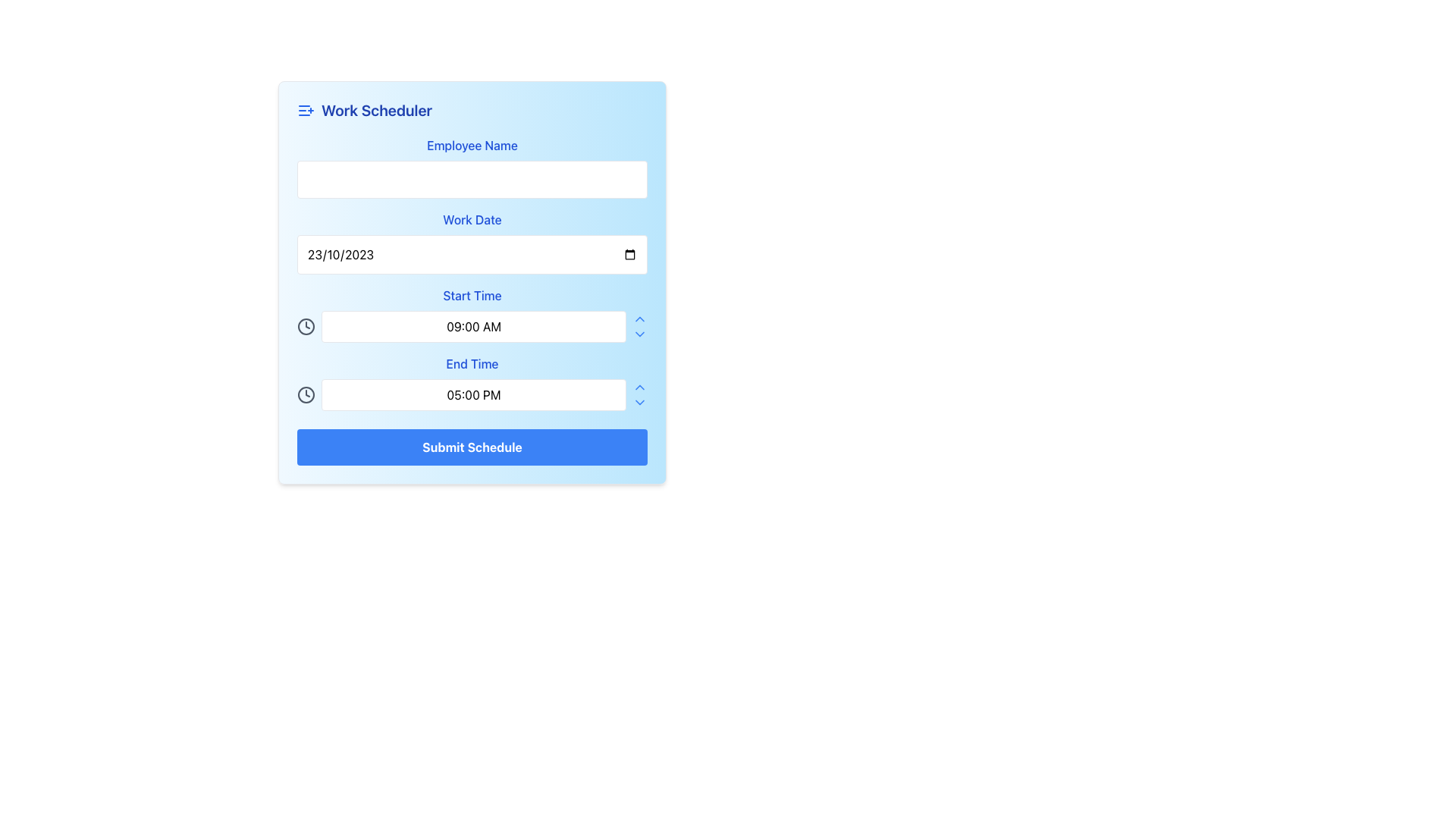 The image size is (1456, 819). I want to click on the upward arrow button located to the right of the 'End Time' input box to increment the value in the associated input field, so click(640, 386).